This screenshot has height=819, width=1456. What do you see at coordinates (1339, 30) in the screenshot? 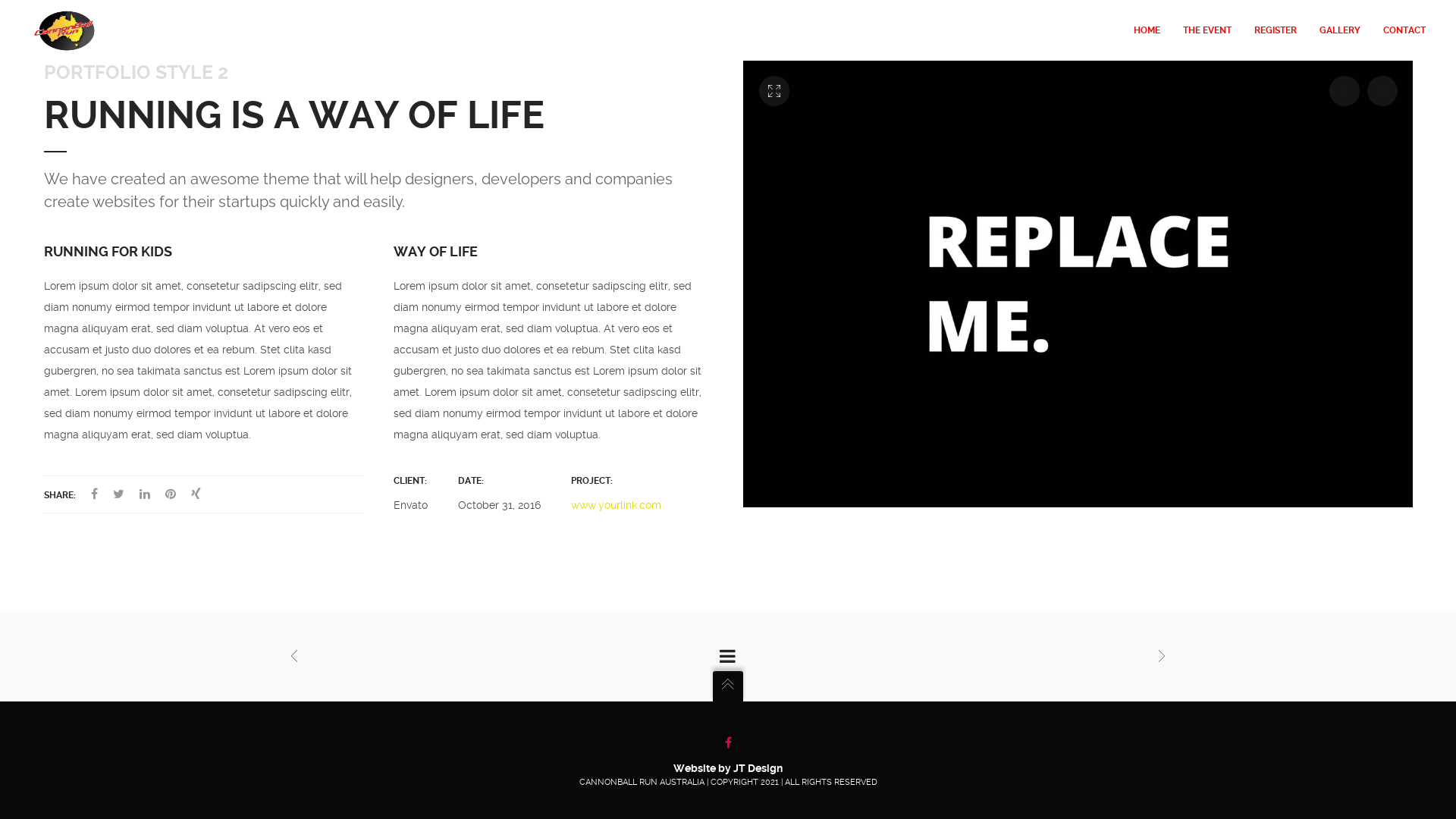
I see `'GALLERY'` at bounding box center [1339, 30].